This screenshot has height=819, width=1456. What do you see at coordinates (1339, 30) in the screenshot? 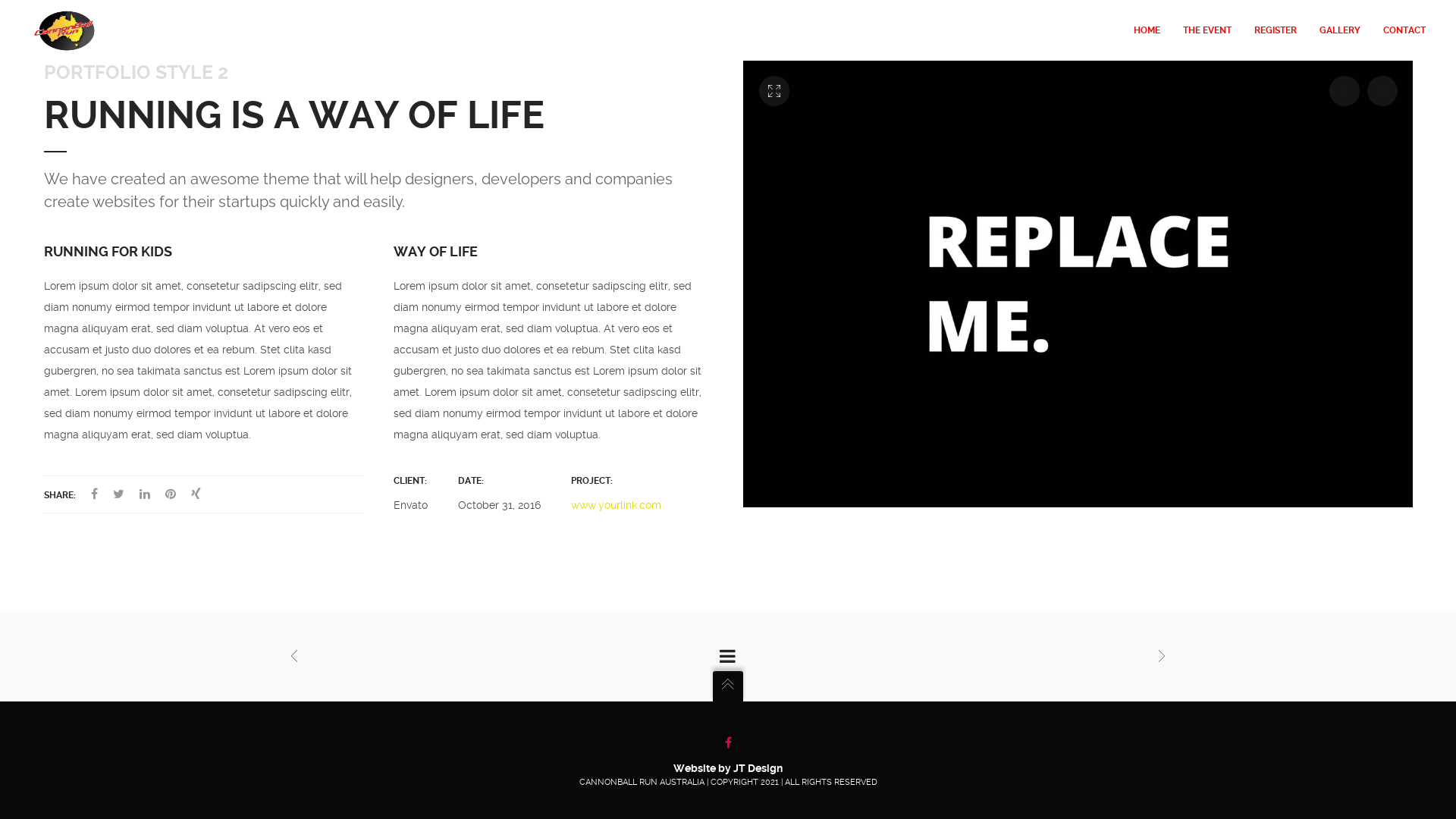
I see `'GALLERY'` at bounding box center [1339, 30].